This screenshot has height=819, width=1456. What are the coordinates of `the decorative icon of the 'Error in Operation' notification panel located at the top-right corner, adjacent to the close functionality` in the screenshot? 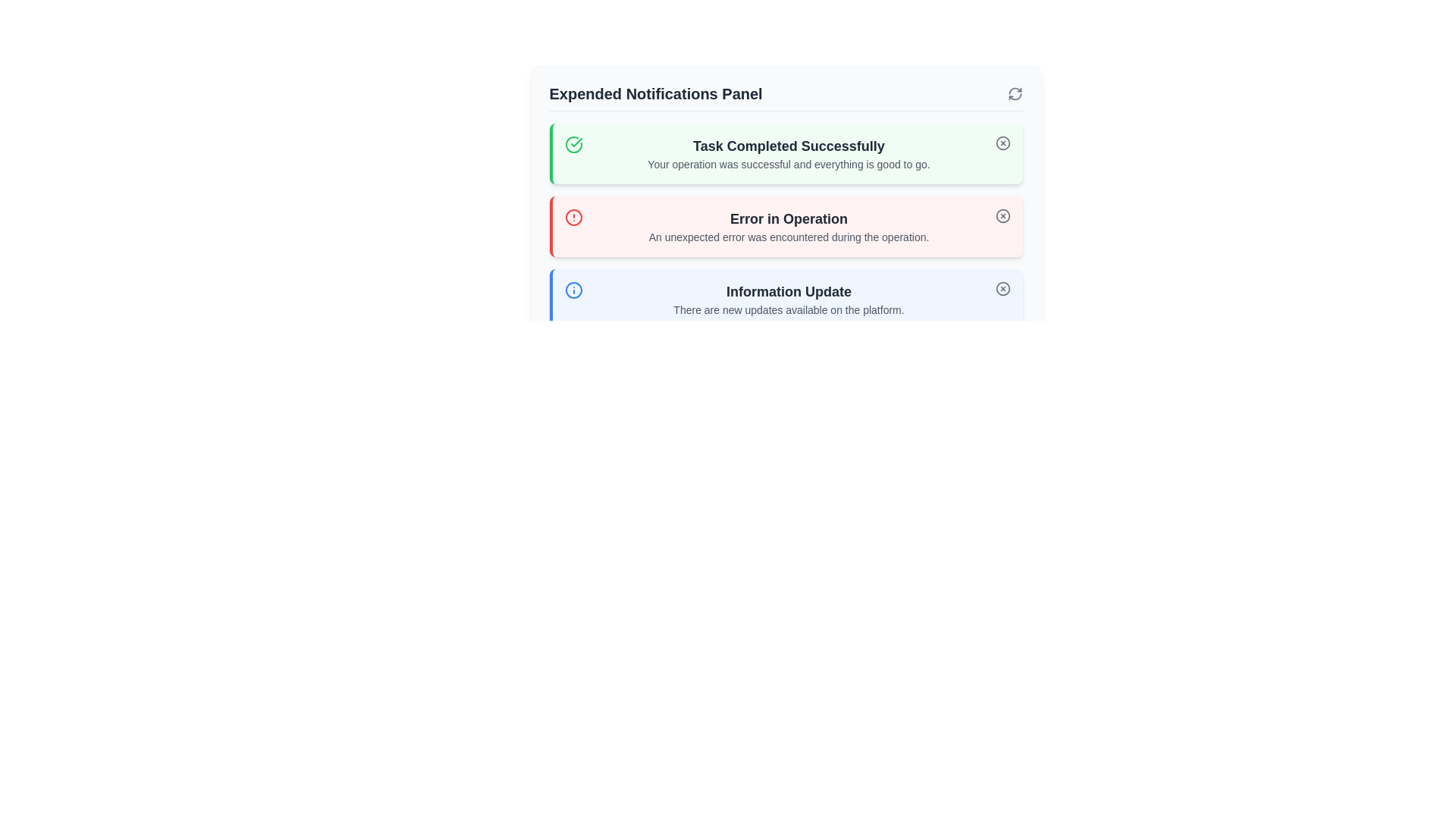 It's located at (1003, 216).